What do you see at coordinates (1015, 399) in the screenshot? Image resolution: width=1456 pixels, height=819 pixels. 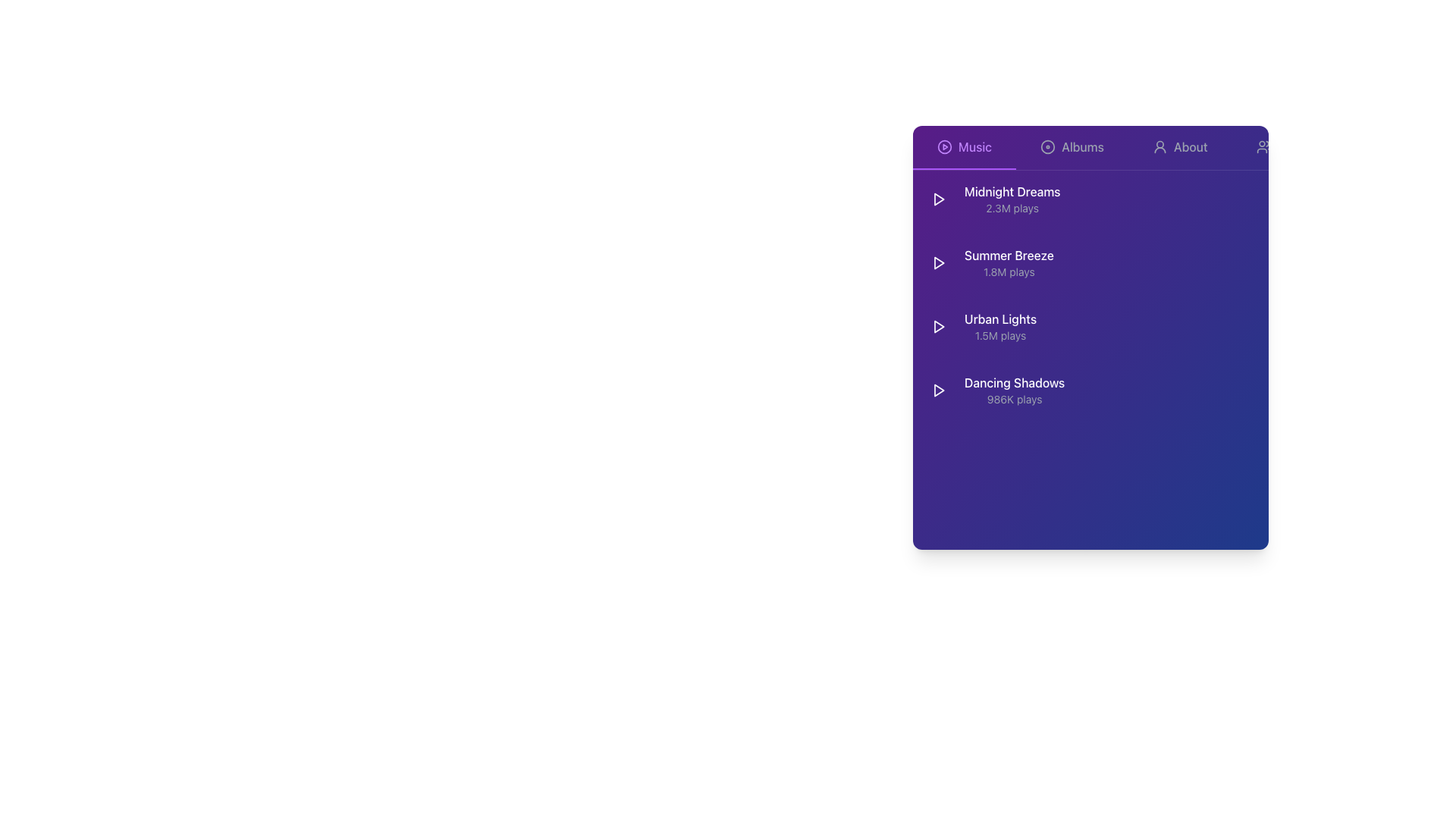 I see `the text label displaying '986K plays' located beneath the title 'Dancing Shadows' in the music playlist` at bounding box center [1015, 399].